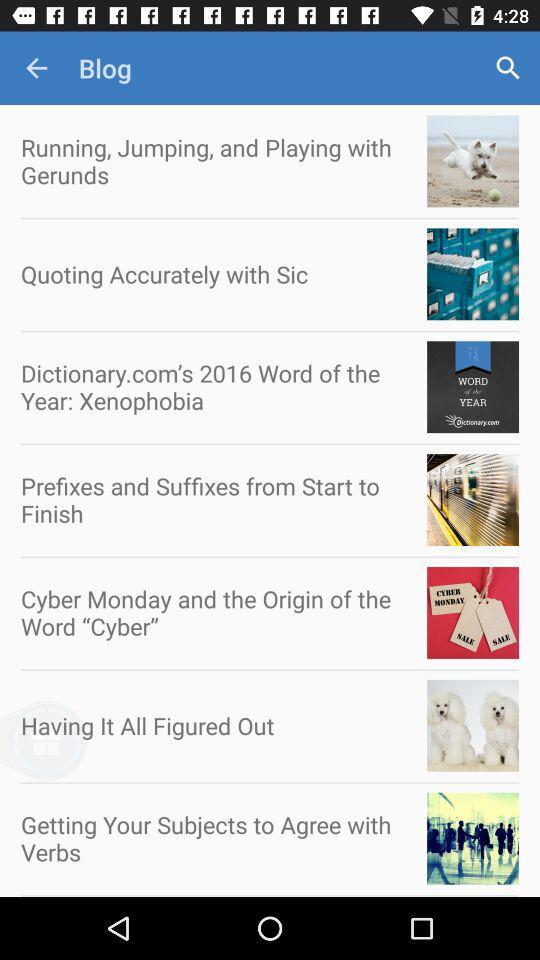  What do you see at coordinates (36, 68) in the screenshot?
I see `icon next to the blog` at bounding box center [36, 68].